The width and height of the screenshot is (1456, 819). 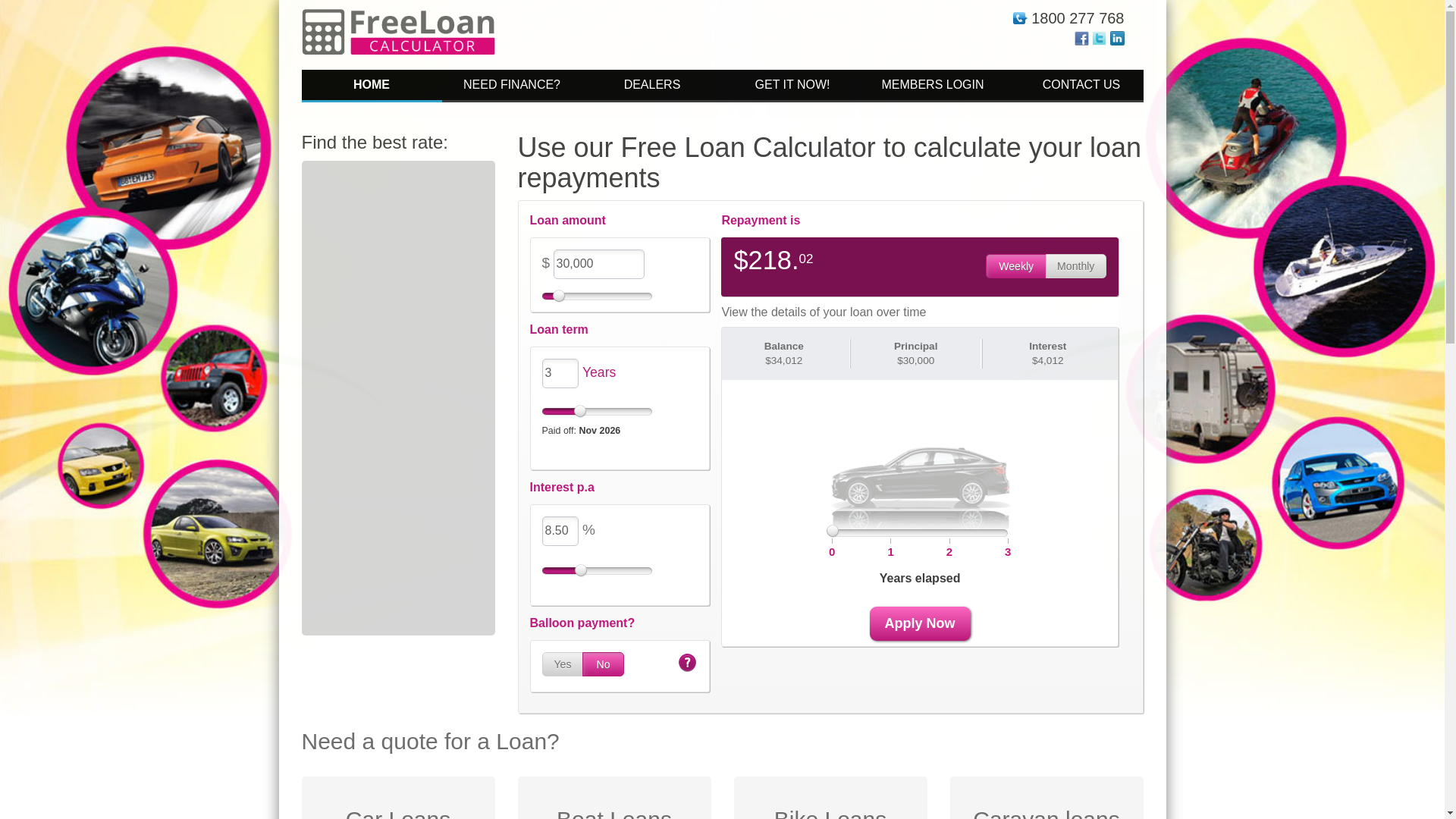 I want to click on 'CONTACT US', so click(x=1002, y=86).